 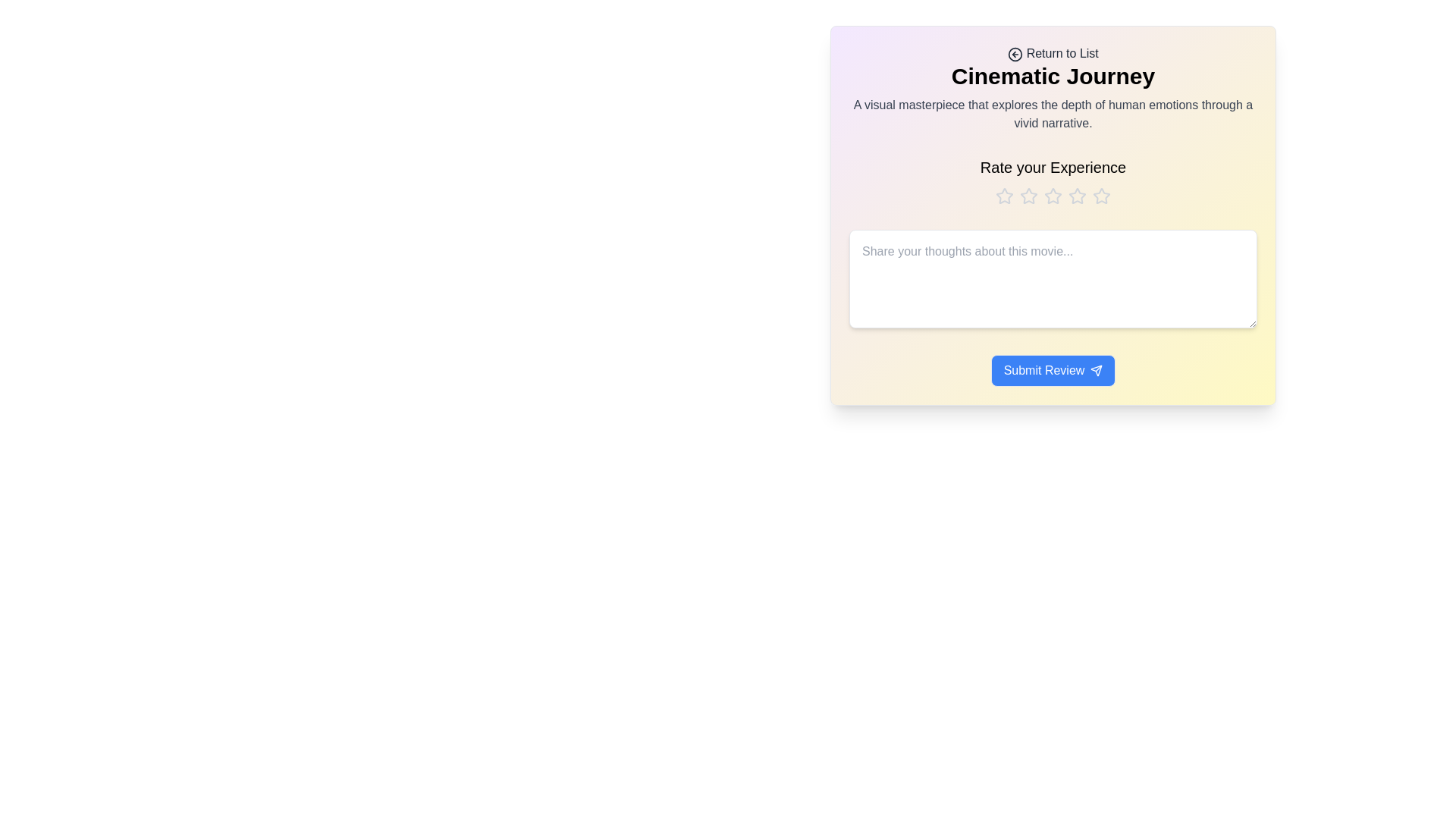 I want to click on the third star-shaped icon in the rating sequence below the 'Rate your Experience' label, so click(x=1052, y=195).